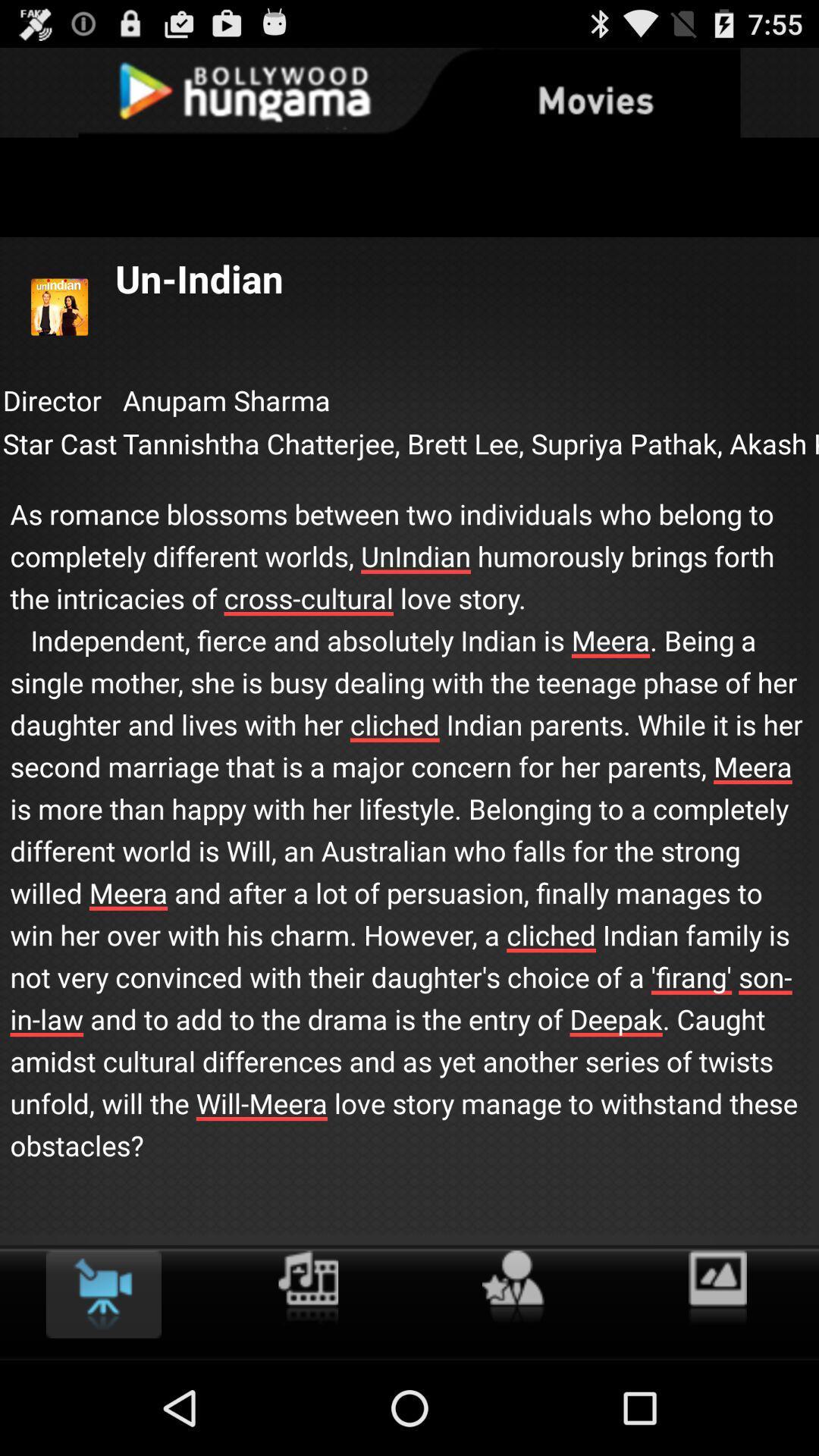 This screenshot has height=1456, width=819. What do you see at coordinates (717, 1288) in the screenshot?
I see `the item below as romance blossoms` at bounding box center [717, 1288].